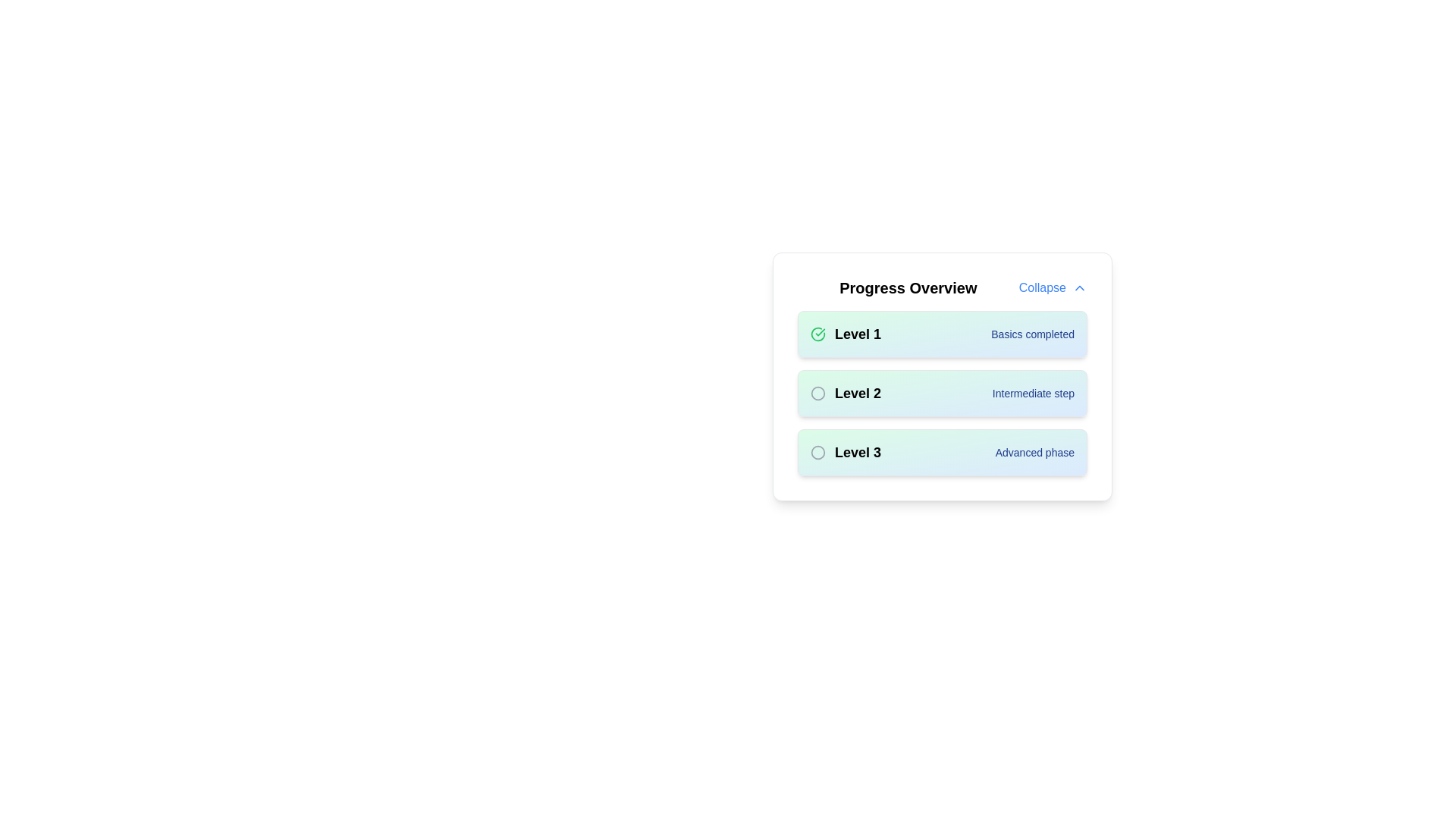 The height and width of the screenshot is (819, 1456). What do you see at coordinates (858, 452) in the screenshot?
I see `the third level progress tracker text label, which is positioned between a circular icon and the text 'Advanced phase'` at bounding box center [858, 452].